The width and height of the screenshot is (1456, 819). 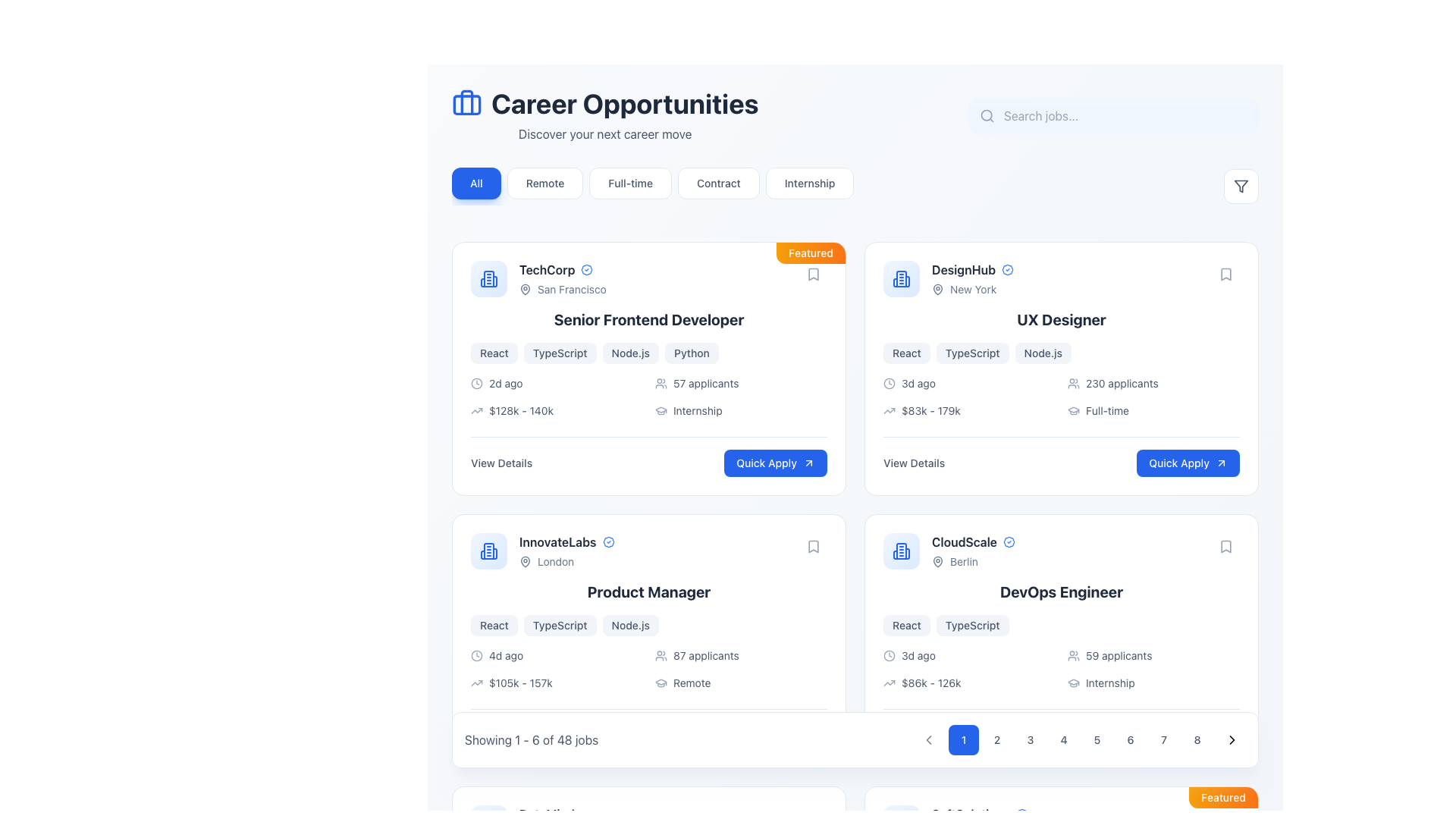 I want to click on the geographical location display element for the 'DesignHub UX Designer' job listing, which includes an icon and the 'New York' text label, located beneath the 'DesignHub' label, so click(x=972, y=289).